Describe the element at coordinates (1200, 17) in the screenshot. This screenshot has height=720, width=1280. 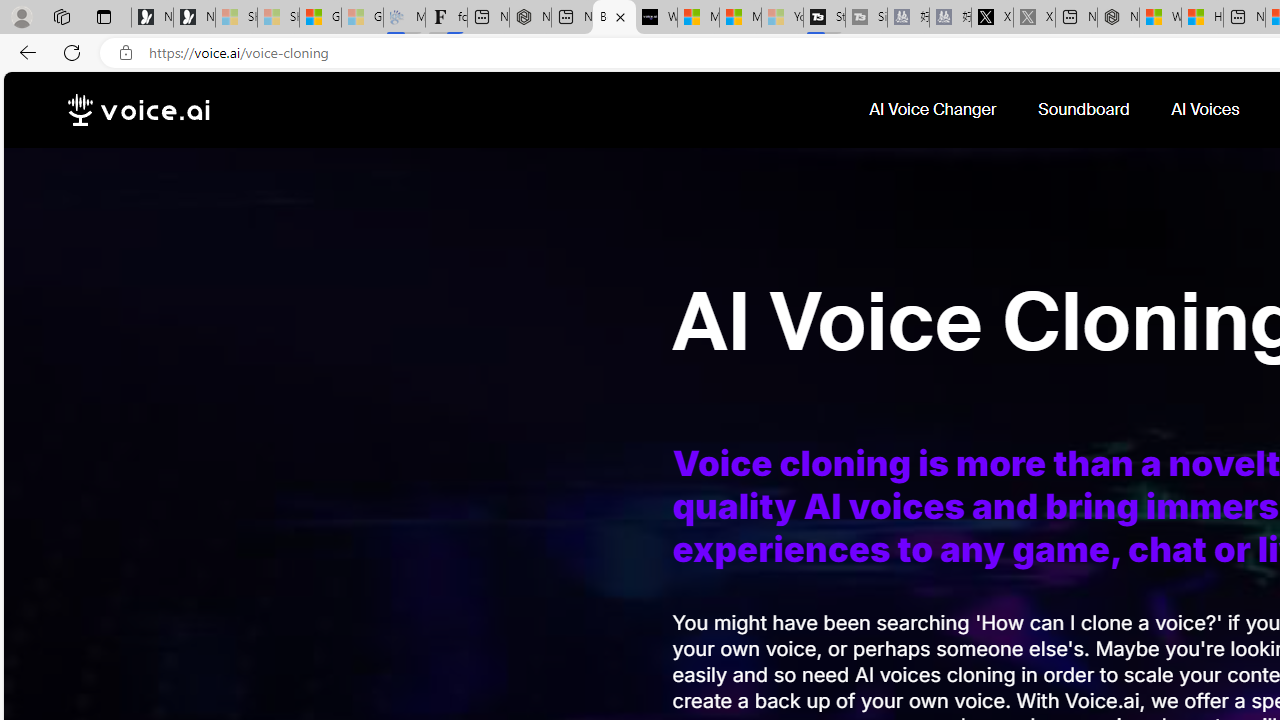
I see `'Huge shark washes ashore at New York City beach | Watch'` at that location.